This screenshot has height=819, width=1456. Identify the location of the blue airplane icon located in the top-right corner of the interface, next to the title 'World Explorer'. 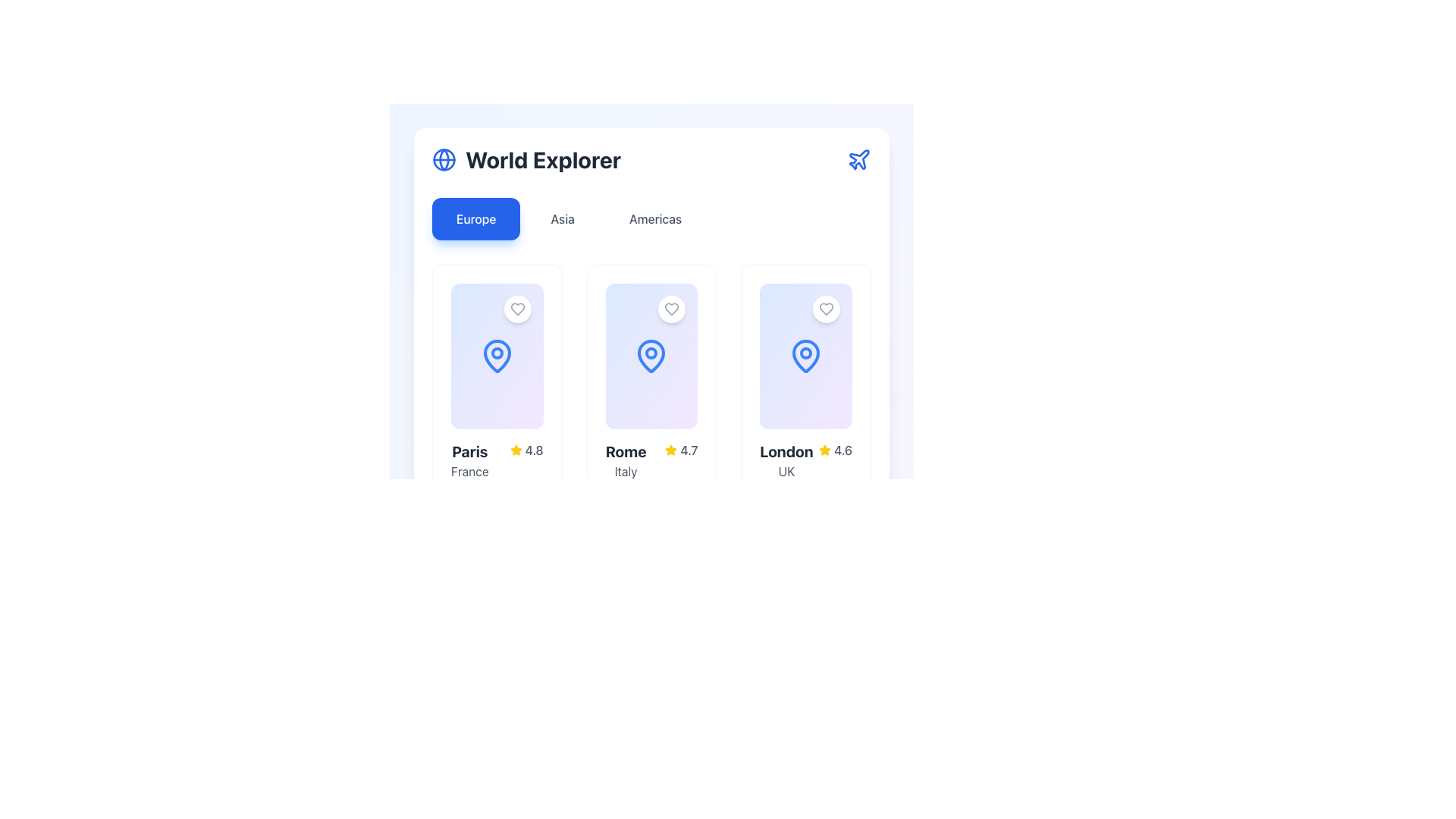
(859, 159).